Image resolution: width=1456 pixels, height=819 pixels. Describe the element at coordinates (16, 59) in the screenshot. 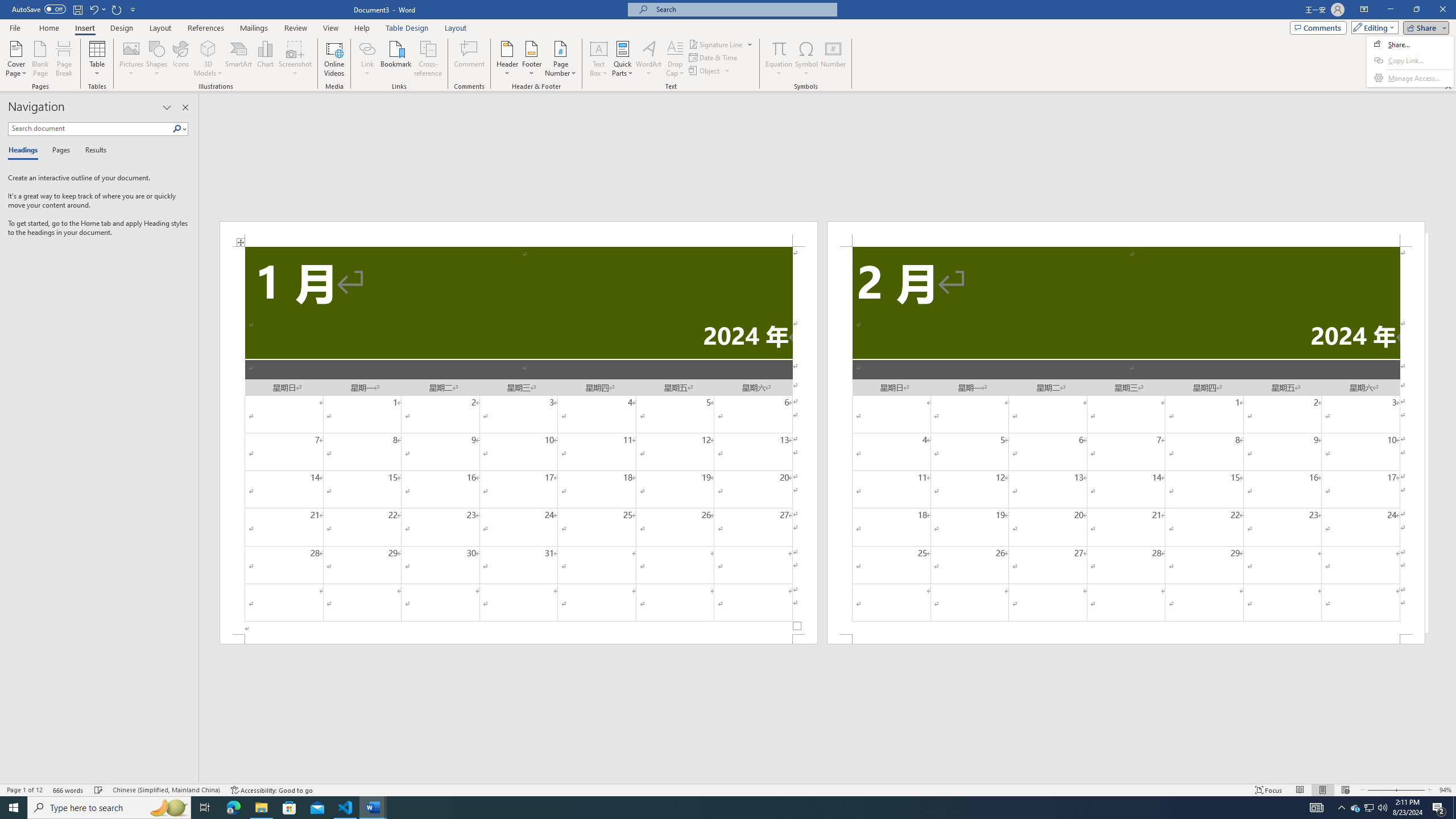

I see `'Cover Page'` at that location.